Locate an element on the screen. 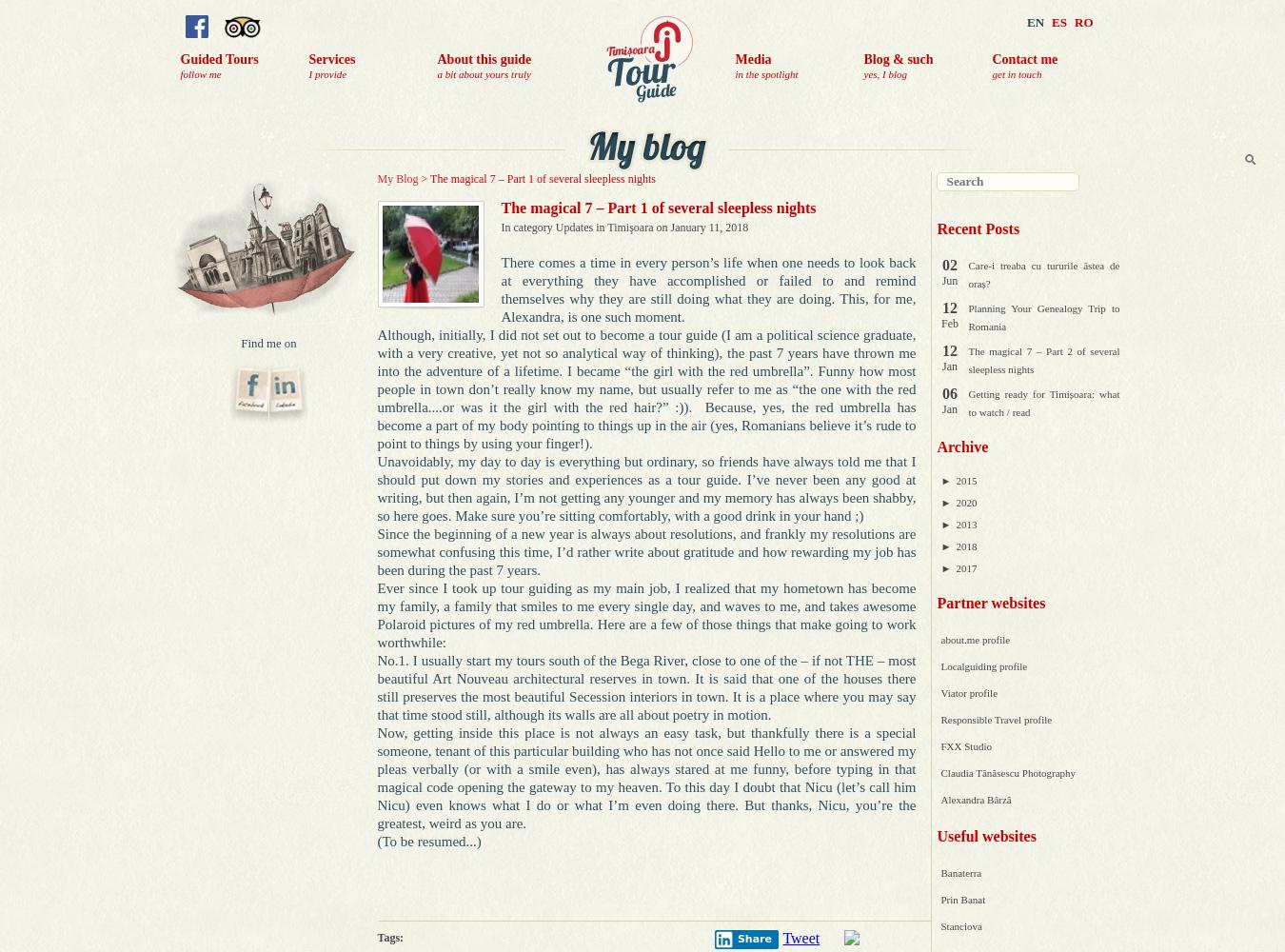  'Prin Banat' is located at coordinates (961, 899).